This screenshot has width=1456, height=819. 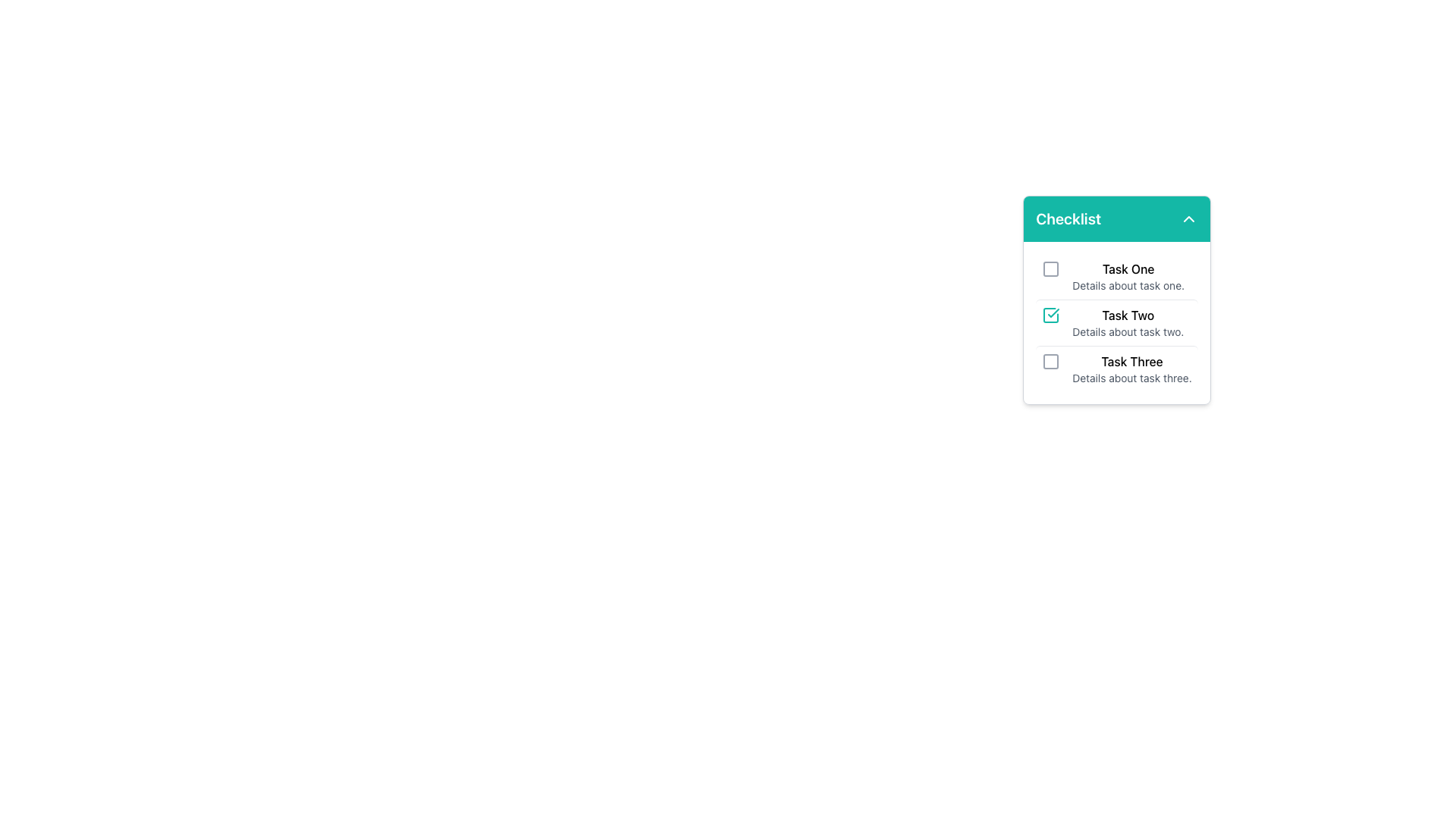 I want to click on the checked checkbox labeled 'Task Two' and its accompanying text 'Details about task two.' in the Checklist section, so click(x=1117, y=321).